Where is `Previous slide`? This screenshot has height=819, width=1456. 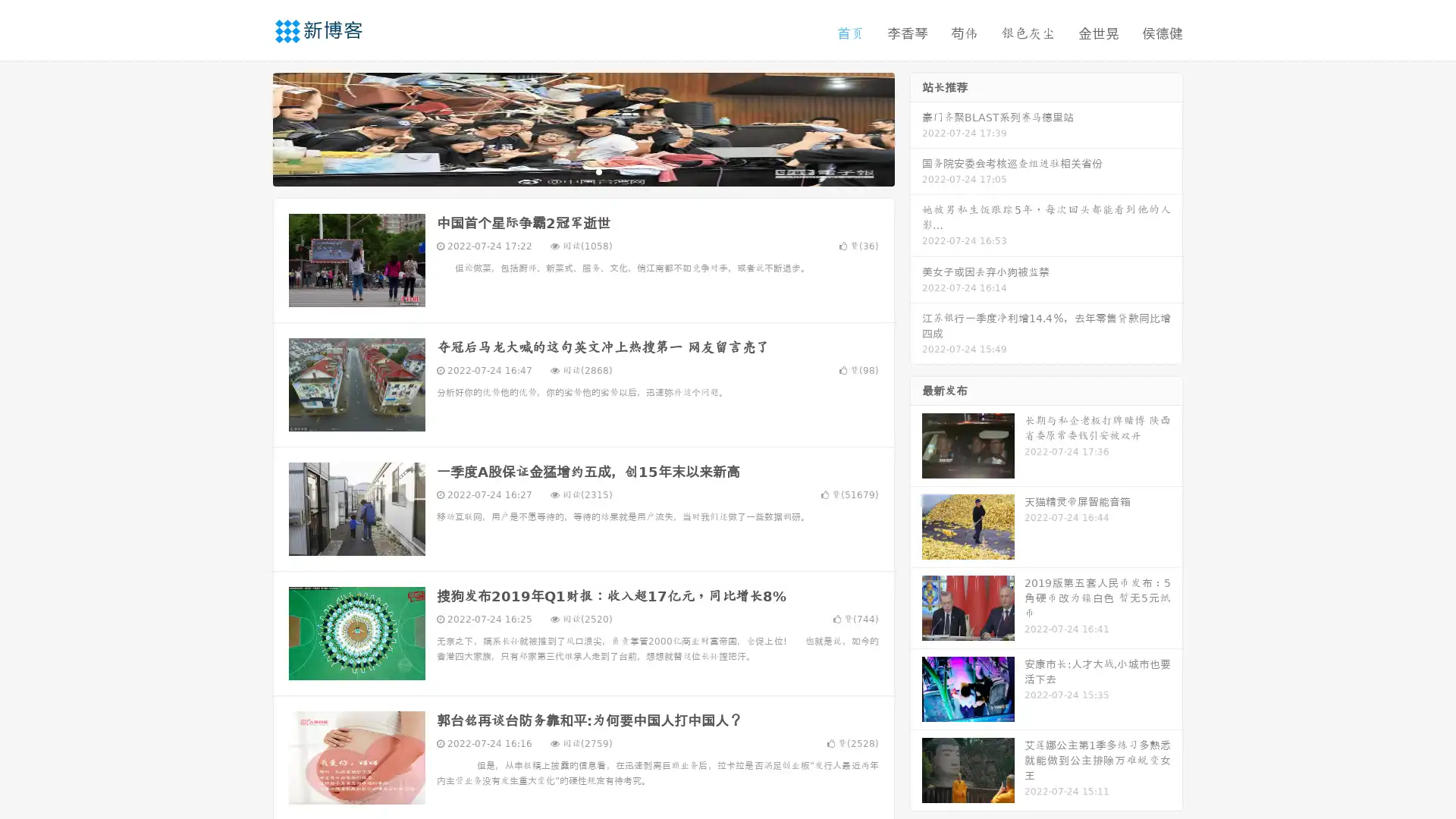
Previous slide is located at coordinates (250, 127).